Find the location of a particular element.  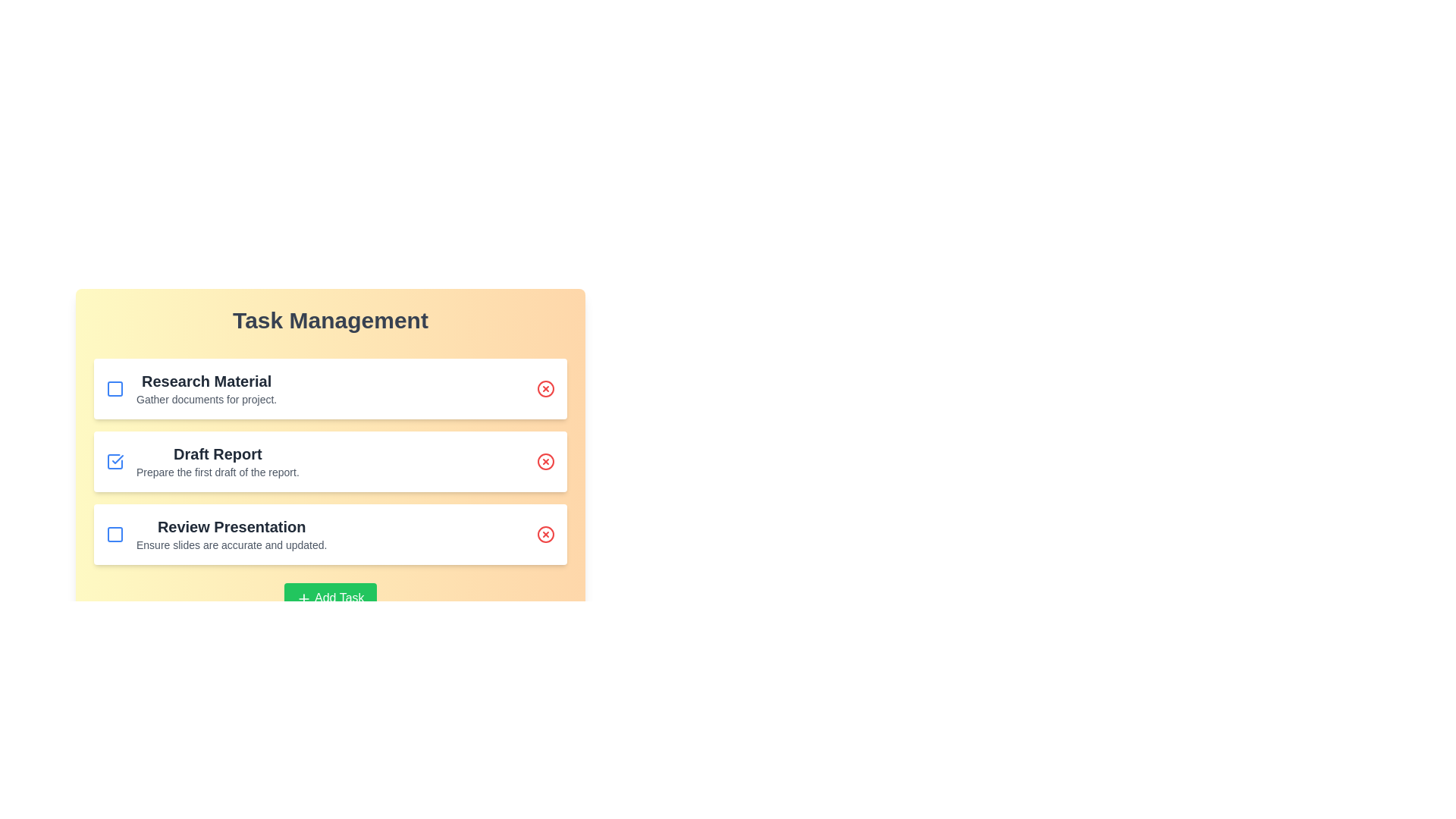

delete button for the task titled Draft Report is located at coordinates (546, 461).